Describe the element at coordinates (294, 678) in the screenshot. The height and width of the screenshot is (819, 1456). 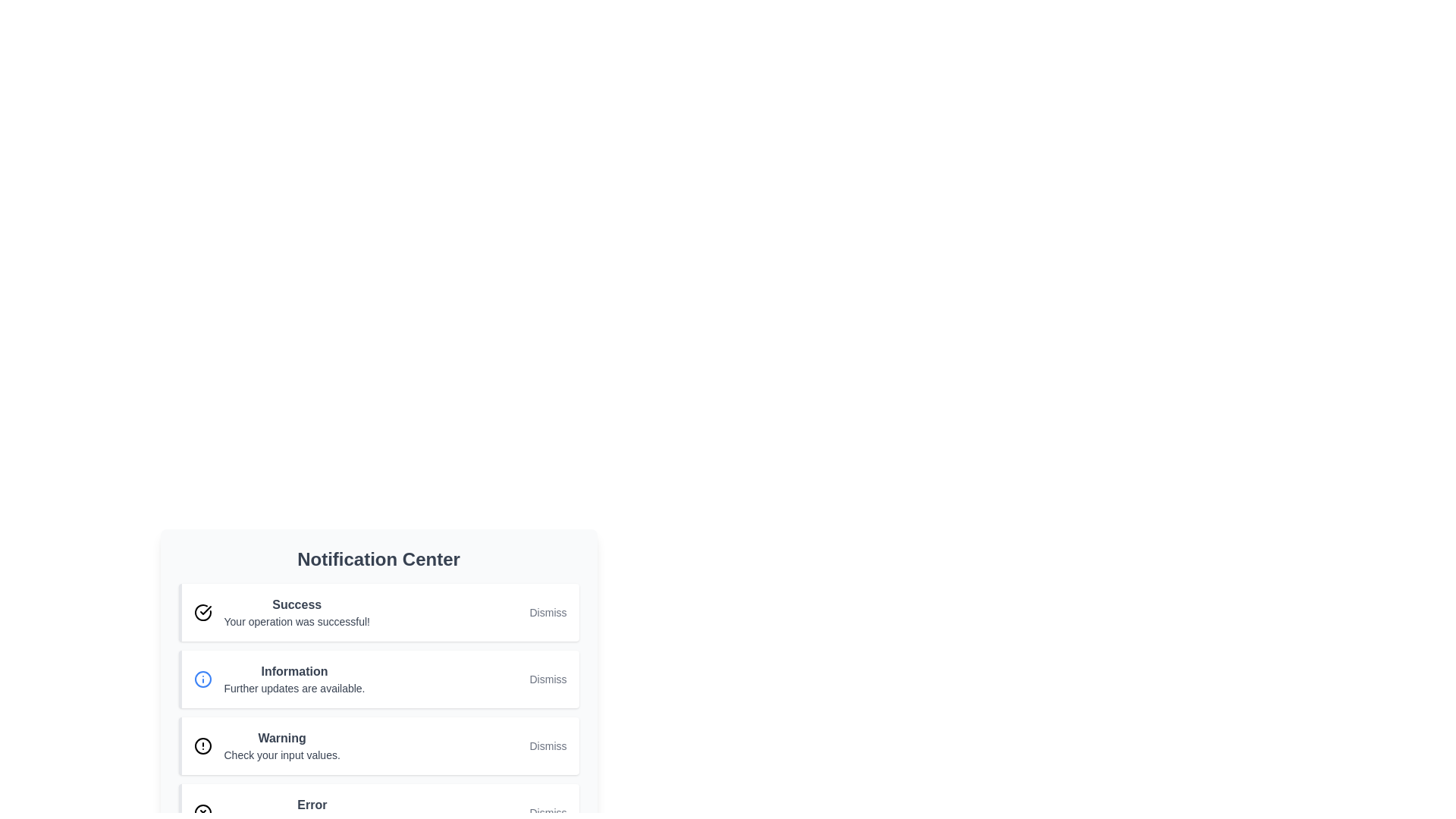
I see `information displayed in the text block that shows 'Information' and 'Further updates are available.' within the notification card` at that location.